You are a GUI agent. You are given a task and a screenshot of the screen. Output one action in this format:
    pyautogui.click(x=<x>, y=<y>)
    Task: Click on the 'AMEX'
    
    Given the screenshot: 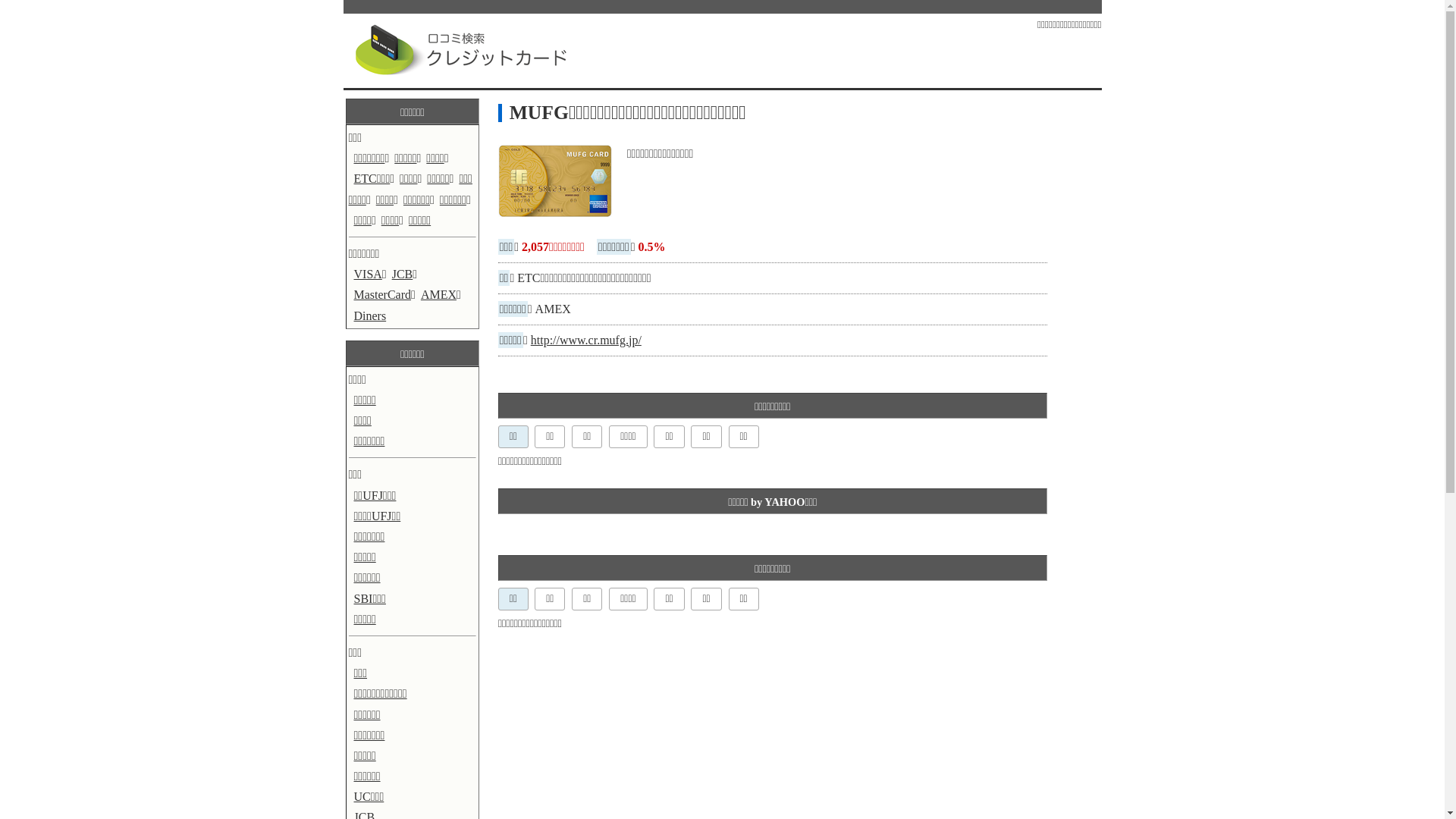 What is the action you would take?
    pyautogui.click(x=415, y=294)
    